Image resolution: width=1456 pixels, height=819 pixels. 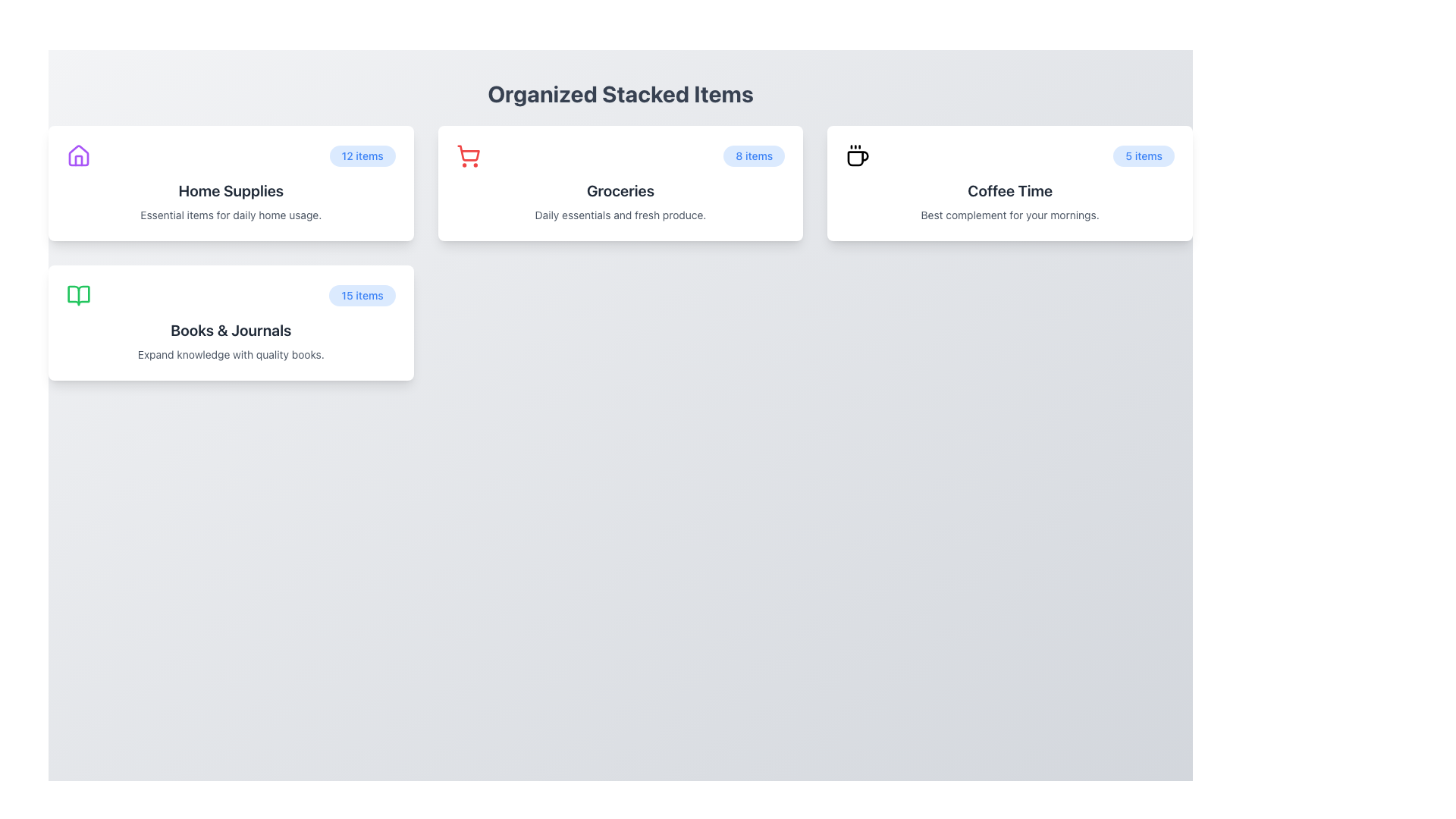 What do you see at coordinates (620, 215) in the screenshot?
I see `text label that displays 'Daily essentials and fresh produce.' located at the bottom of the 'Groceries' card` at bounding box center [620, 215].